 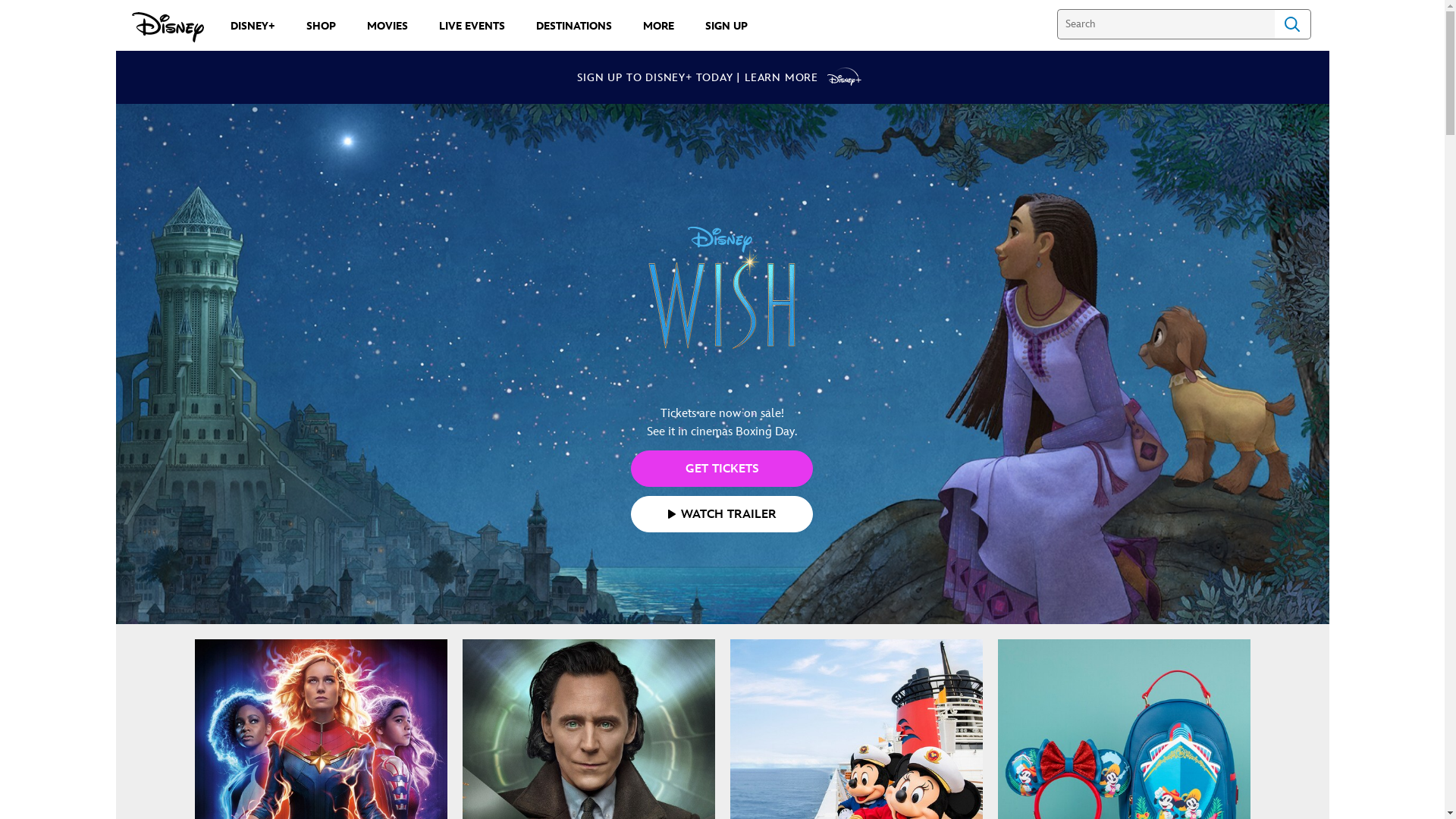 What do you see at coordinates (253, 25) in the screenshot?
I see `'DISNEY+'` at bounding box center [253, 25].